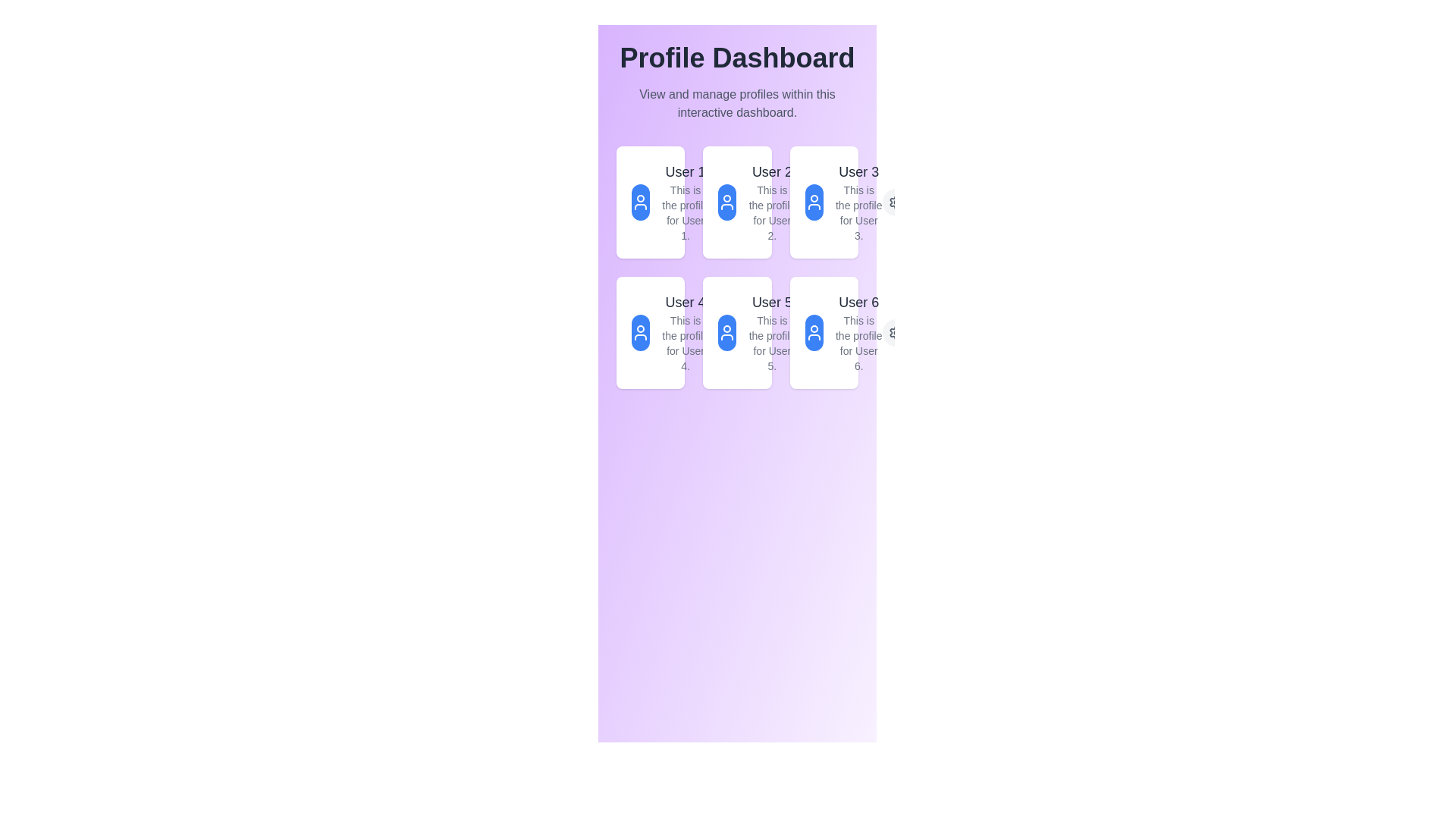 Image resolution: width=1456 pixels, height=819 pixels. What do you see at coordinates (669, 332) in the screenshot?
I see `displayed user data from the Profile Card for 'User 4', located in the second row, first column of the card grid under the 'Profile Dashboard' heading` at bounding box center [669, 332].